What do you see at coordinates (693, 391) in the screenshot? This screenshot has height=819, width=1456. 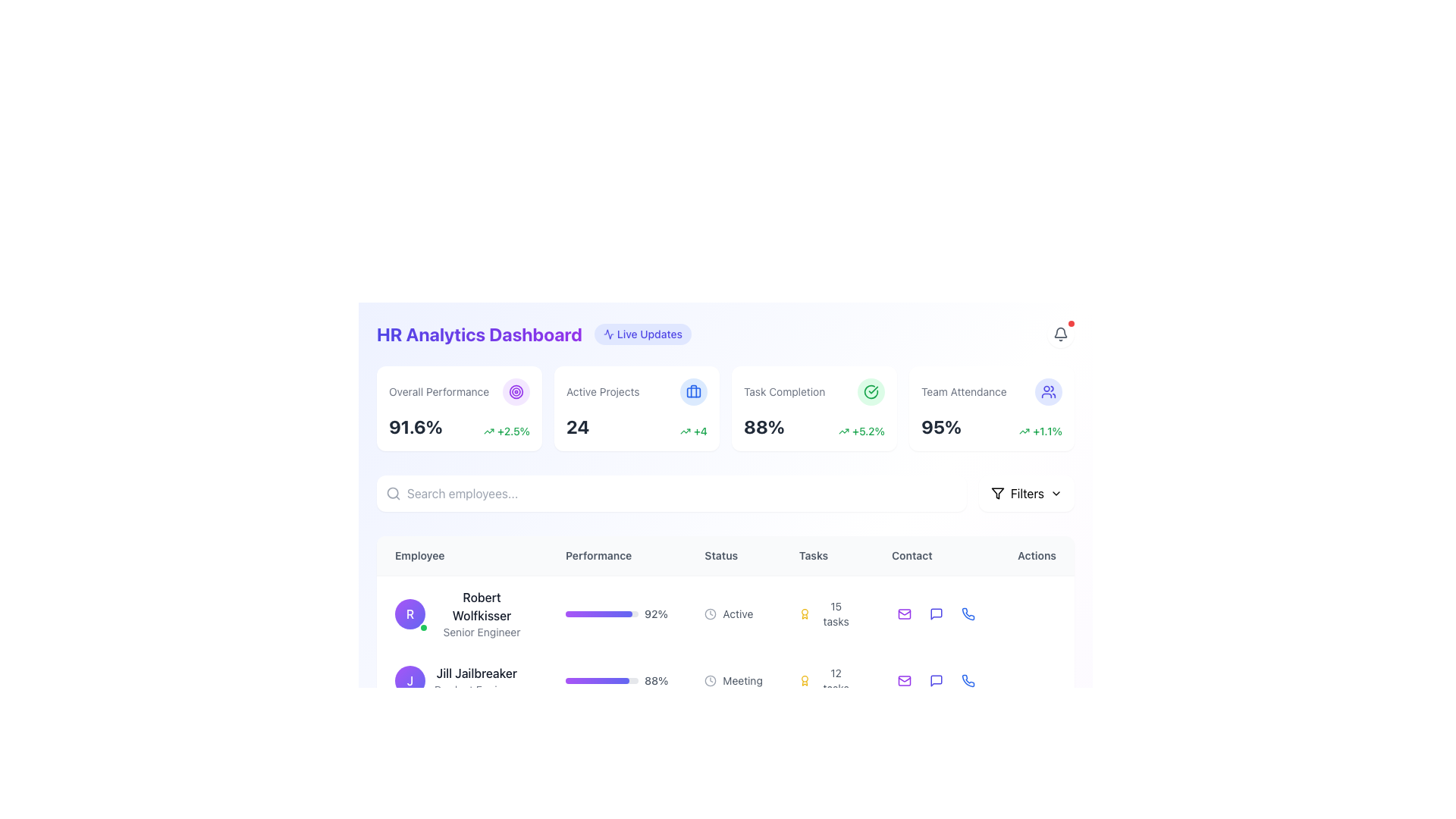 I see `the central vertical line of the briefcase icon located under the 'Active Projects' section on the dashboard` at bounding box center [693, 391].